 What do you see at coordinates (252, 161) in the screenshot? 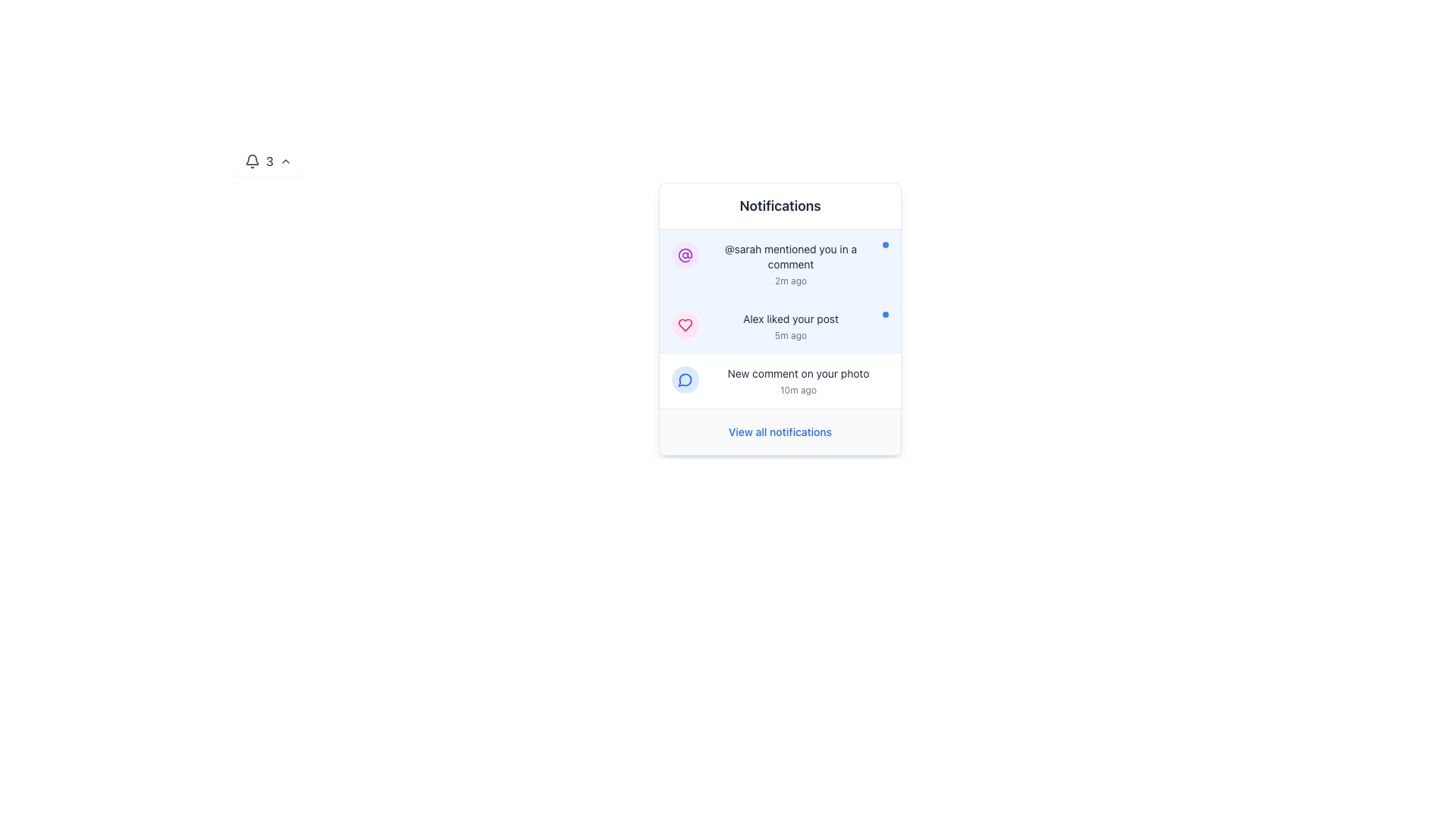
I see `the bell icon, which is a dark gray outline icon on a white background, located on the leftmost side of a notification panel` at bounding box center [252, 161].